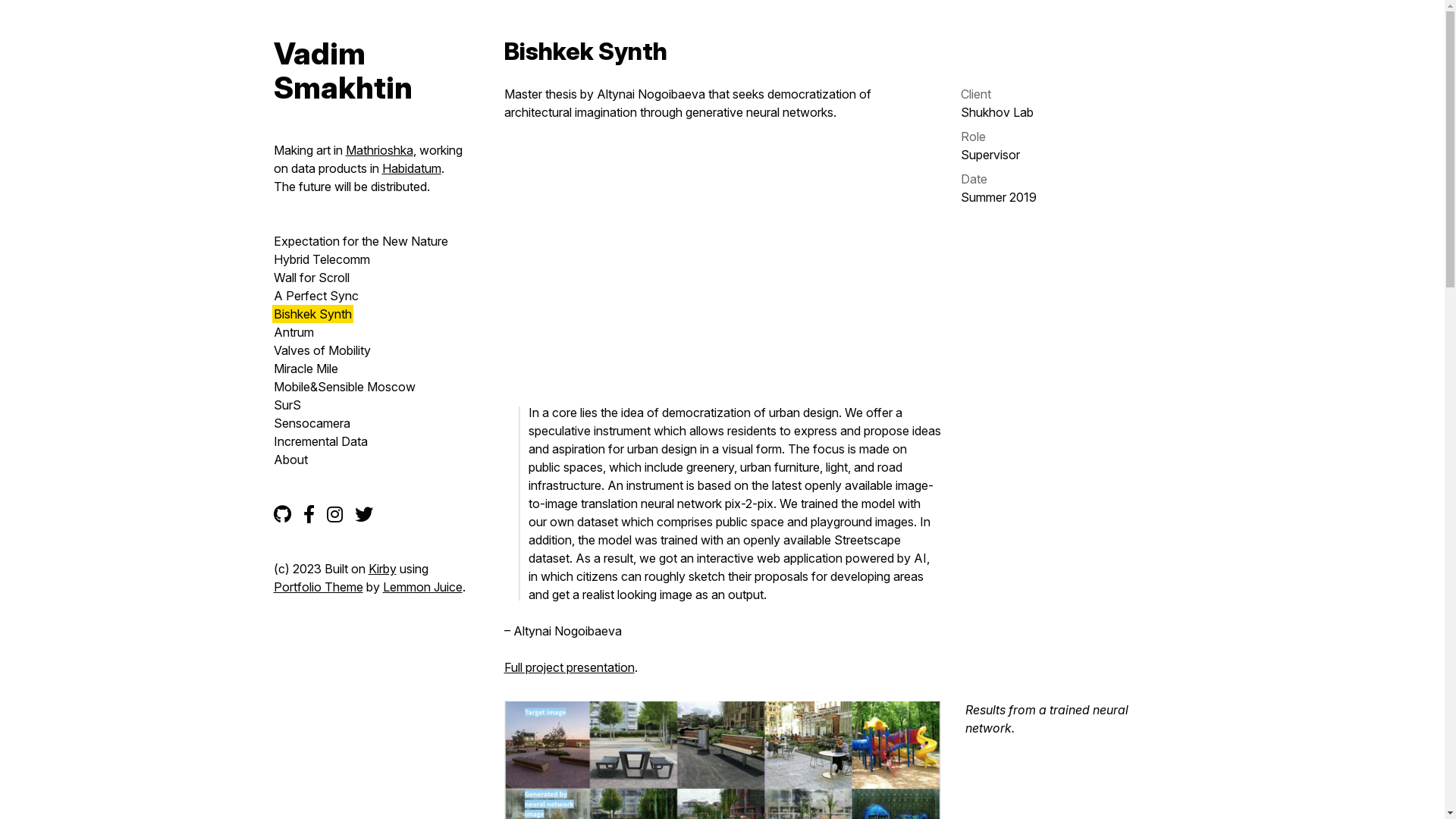 Image resolution: width=1456 pixels, height=819 pixels. Describe the element at coordinates (370, 70) in the screenshot. I see `'Vadim Smakhtin'` at that location.